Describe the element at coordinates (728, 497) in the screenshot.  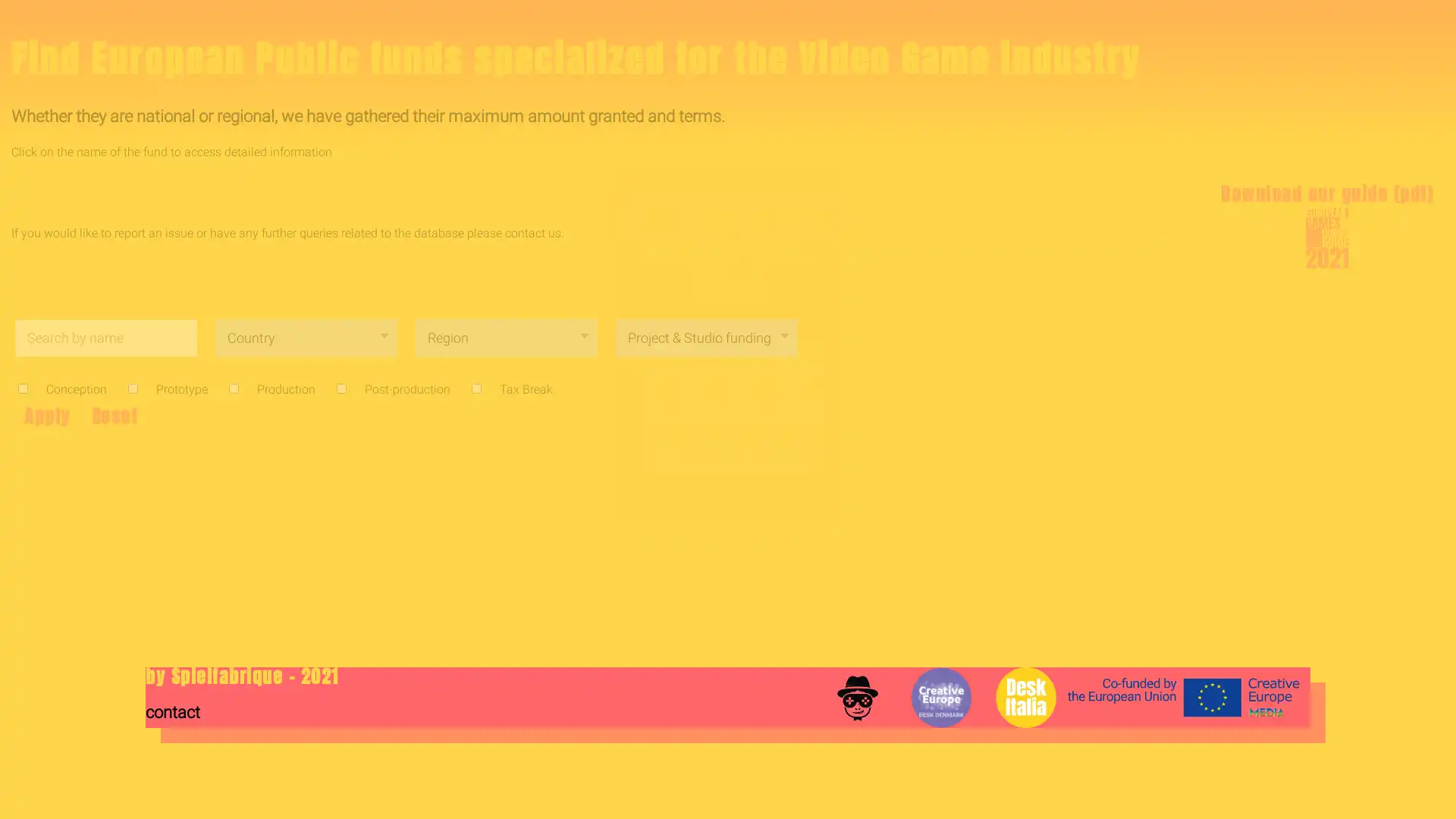
I see `Submit` at that location.